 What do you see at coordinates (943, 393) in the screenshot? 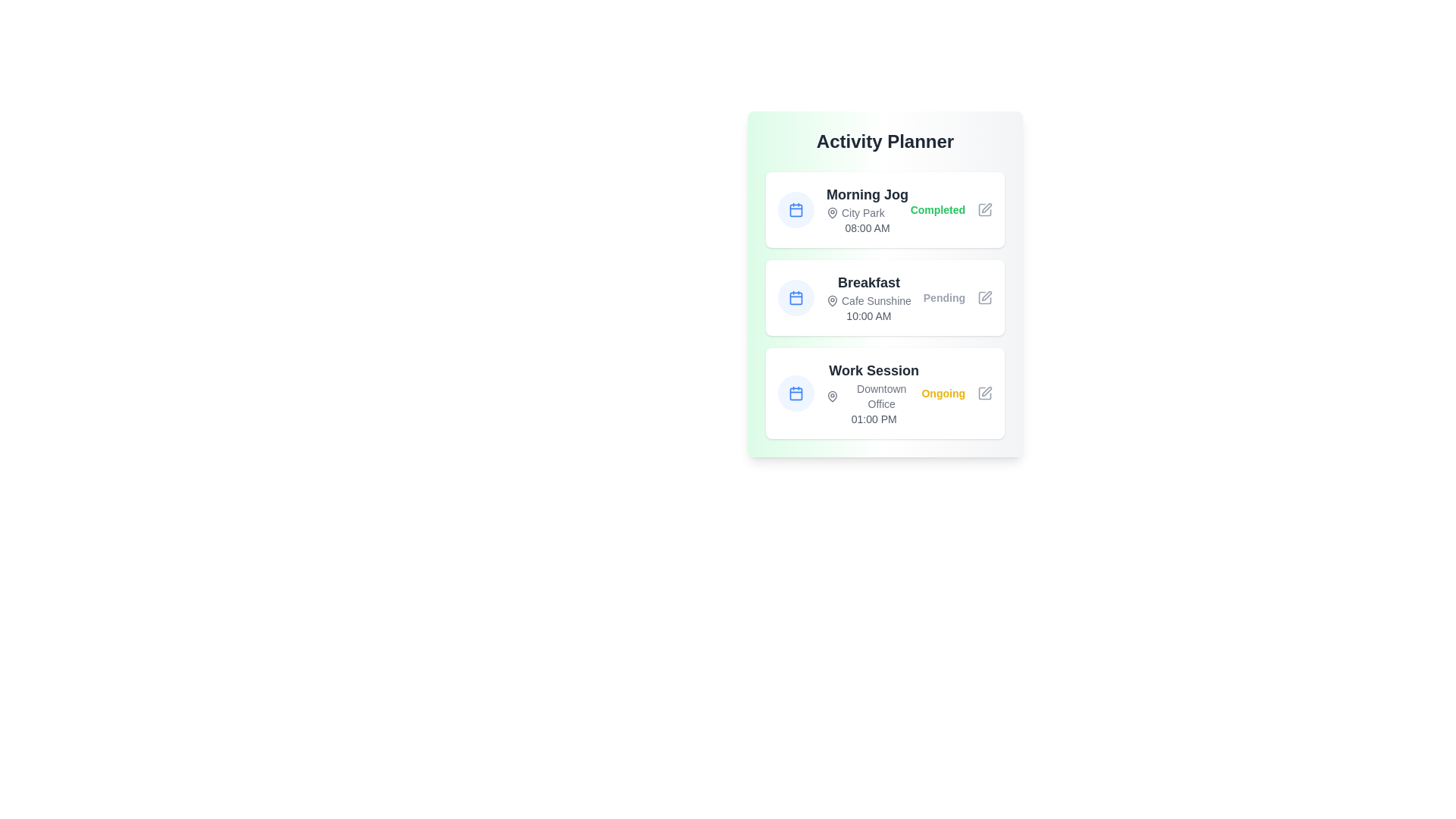
I see `the 'Ongoing' text label, which is bold and yellow-colored, located at the right edge of the 'Work Session' card` at bounding box center [943, 393].